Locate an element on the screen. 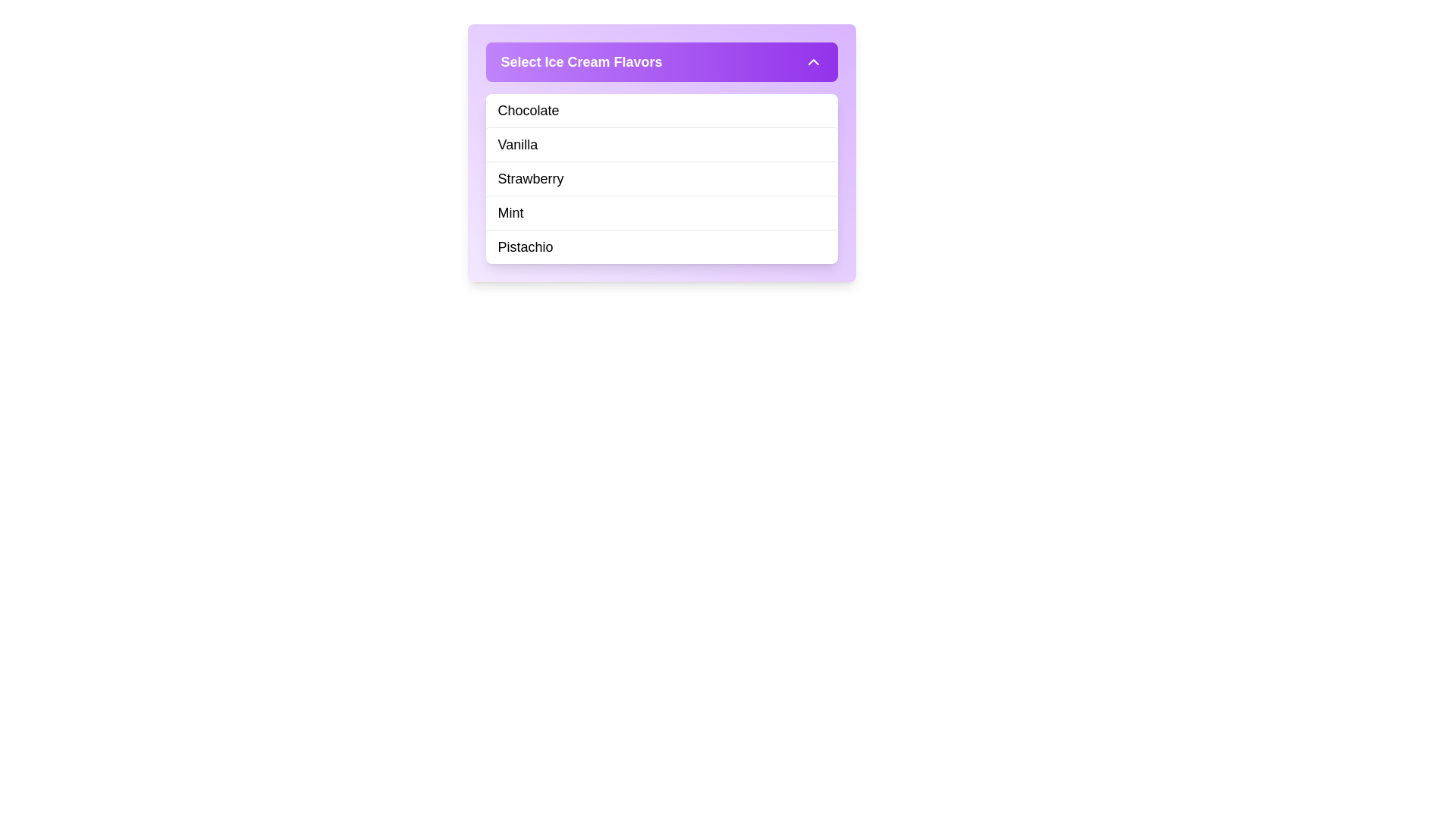 This screenshot has height=819, width=1456. the Dropdown Header element is located at coordinates (661, 61).